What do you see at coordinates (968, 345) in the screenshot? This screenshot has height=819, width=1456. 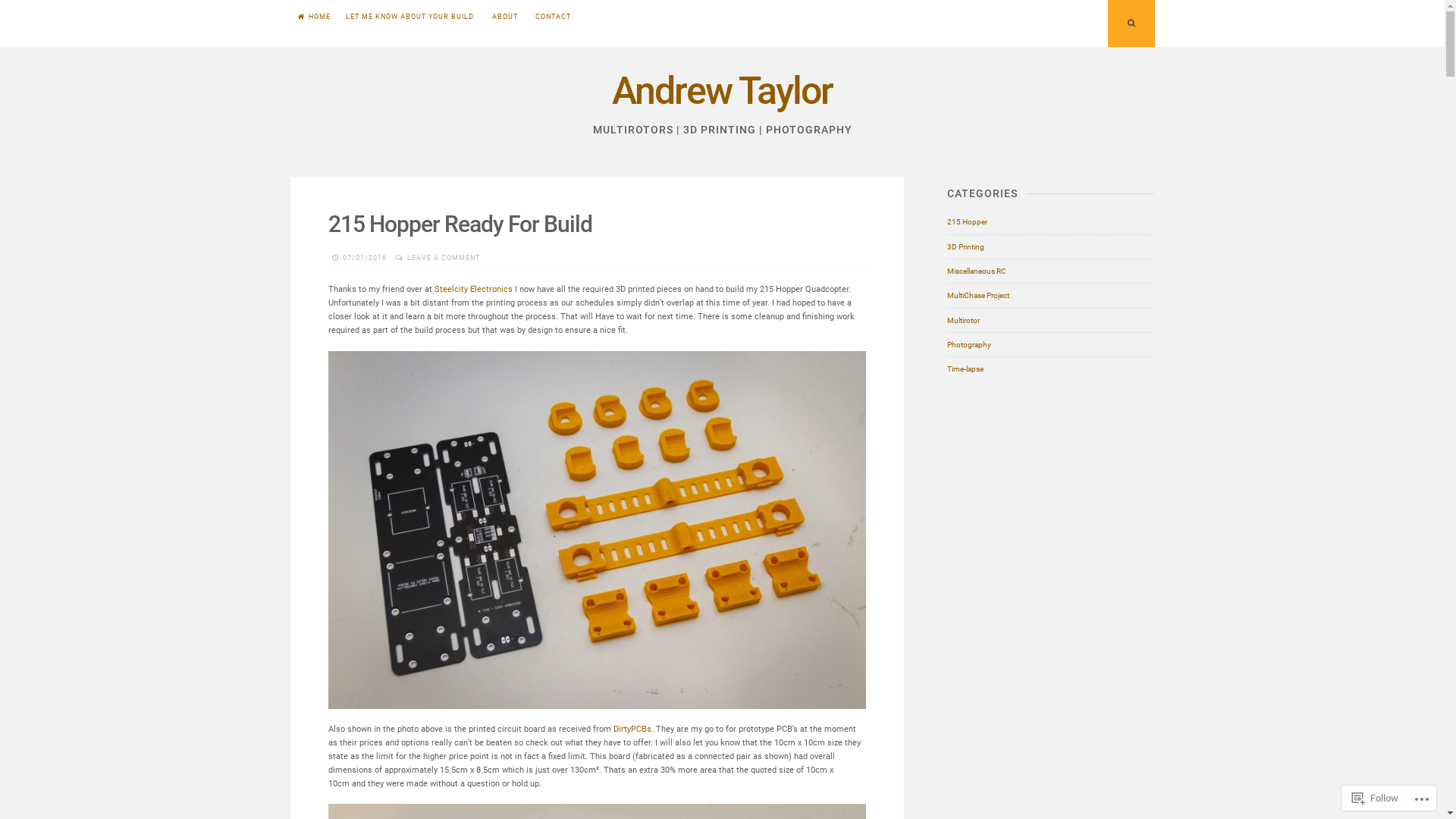 I see `'Photography'` at bounding box center [968, 345].